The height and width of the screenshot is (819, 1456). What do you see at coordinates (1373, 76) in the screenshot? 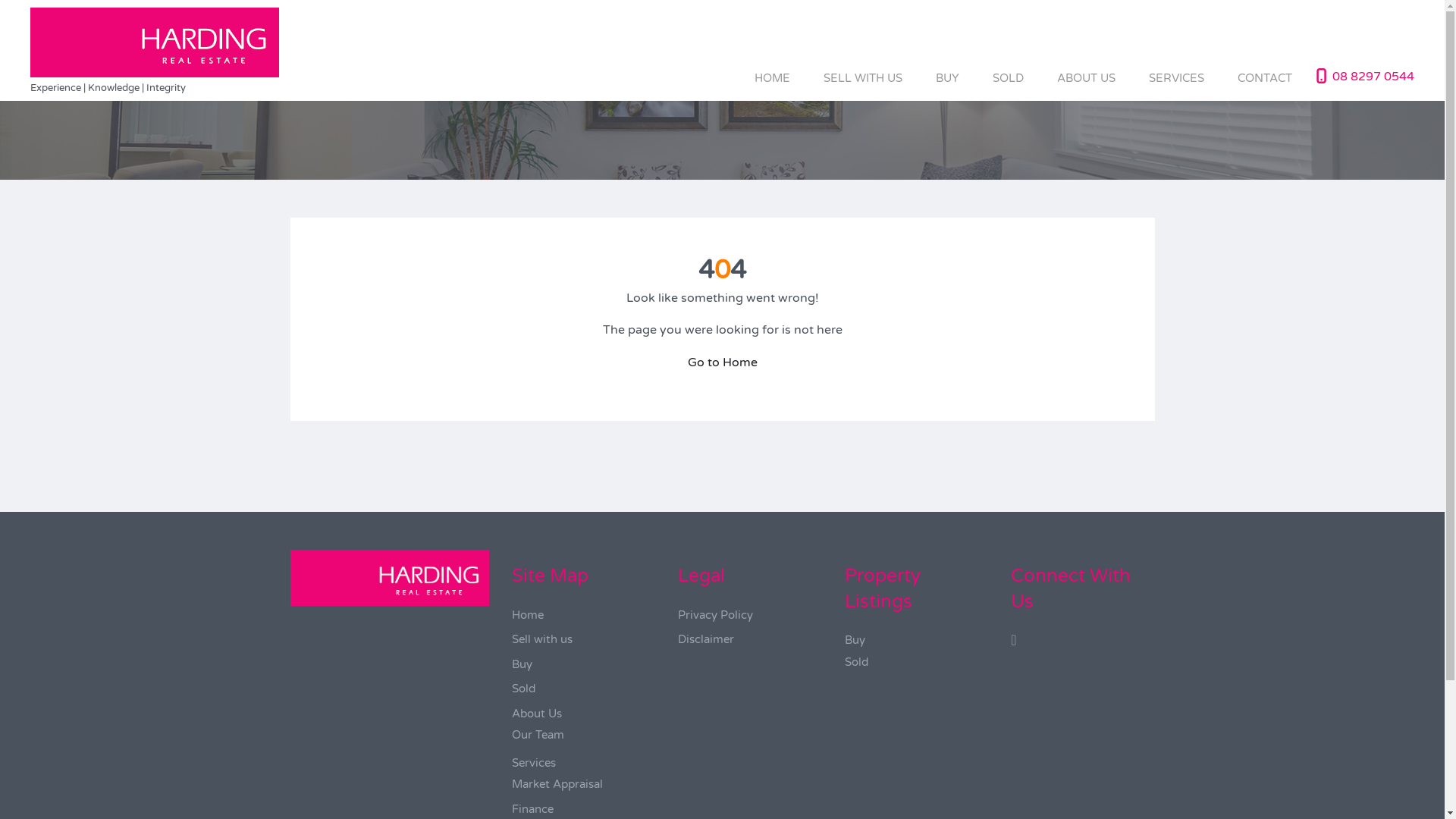
I see `'08 8297 0544'` at bounding box center [1373, 76].